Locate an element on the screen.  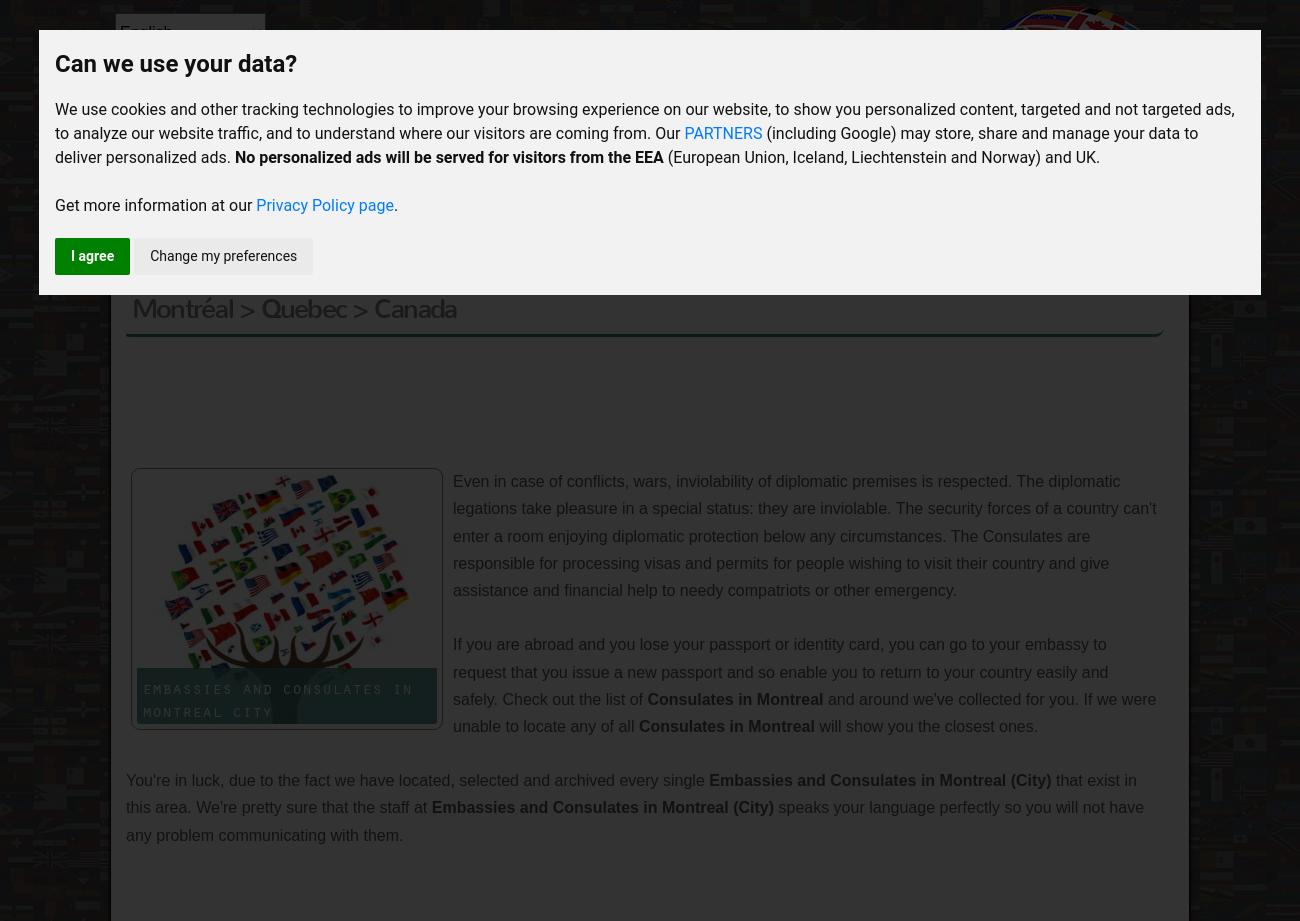
'Privacy Policy page' is located at coordinates (324, 204).